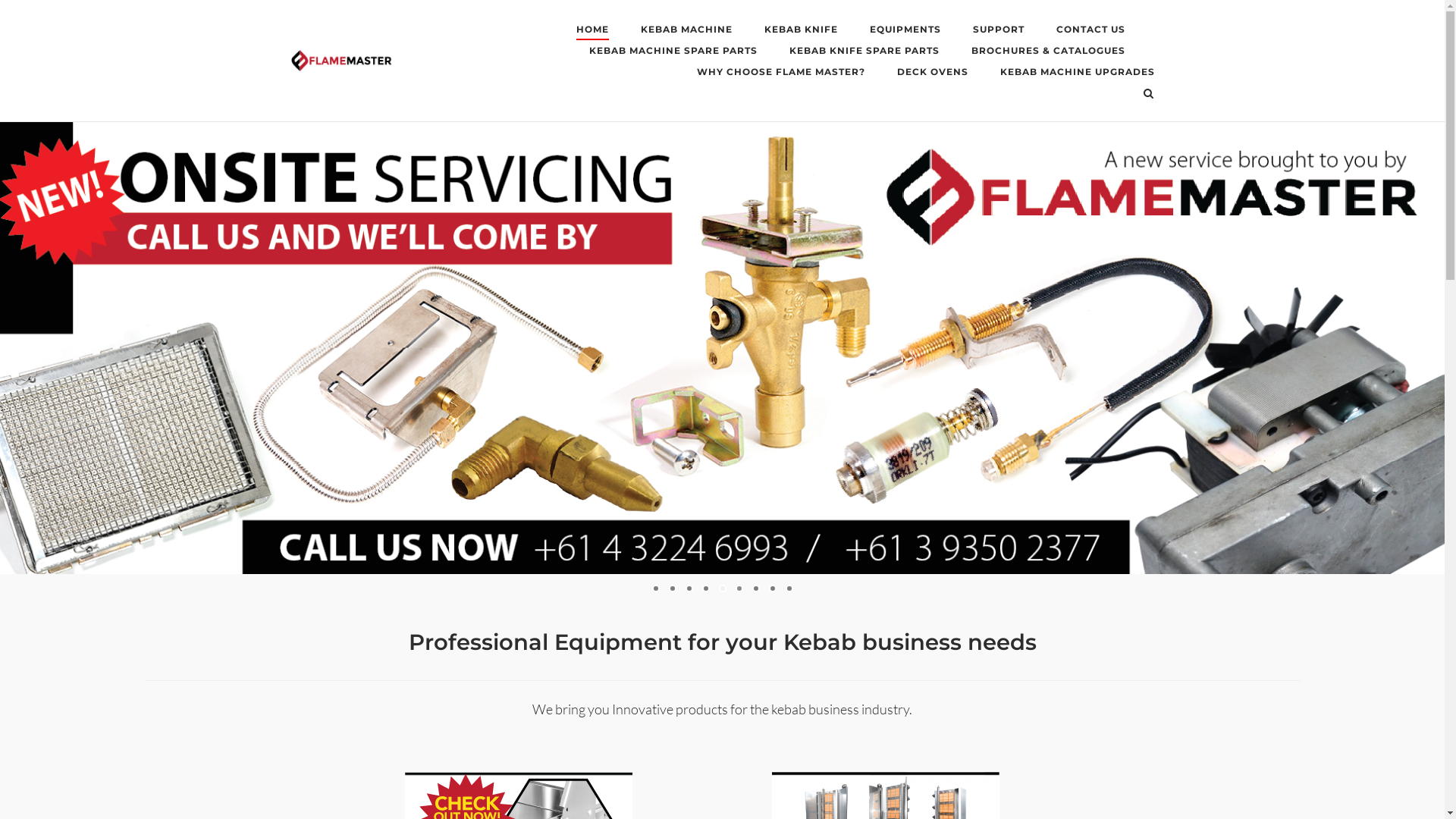 The image size is (1456, 819). I want to click on 'EQUIPMENTS', so click(905, 32).